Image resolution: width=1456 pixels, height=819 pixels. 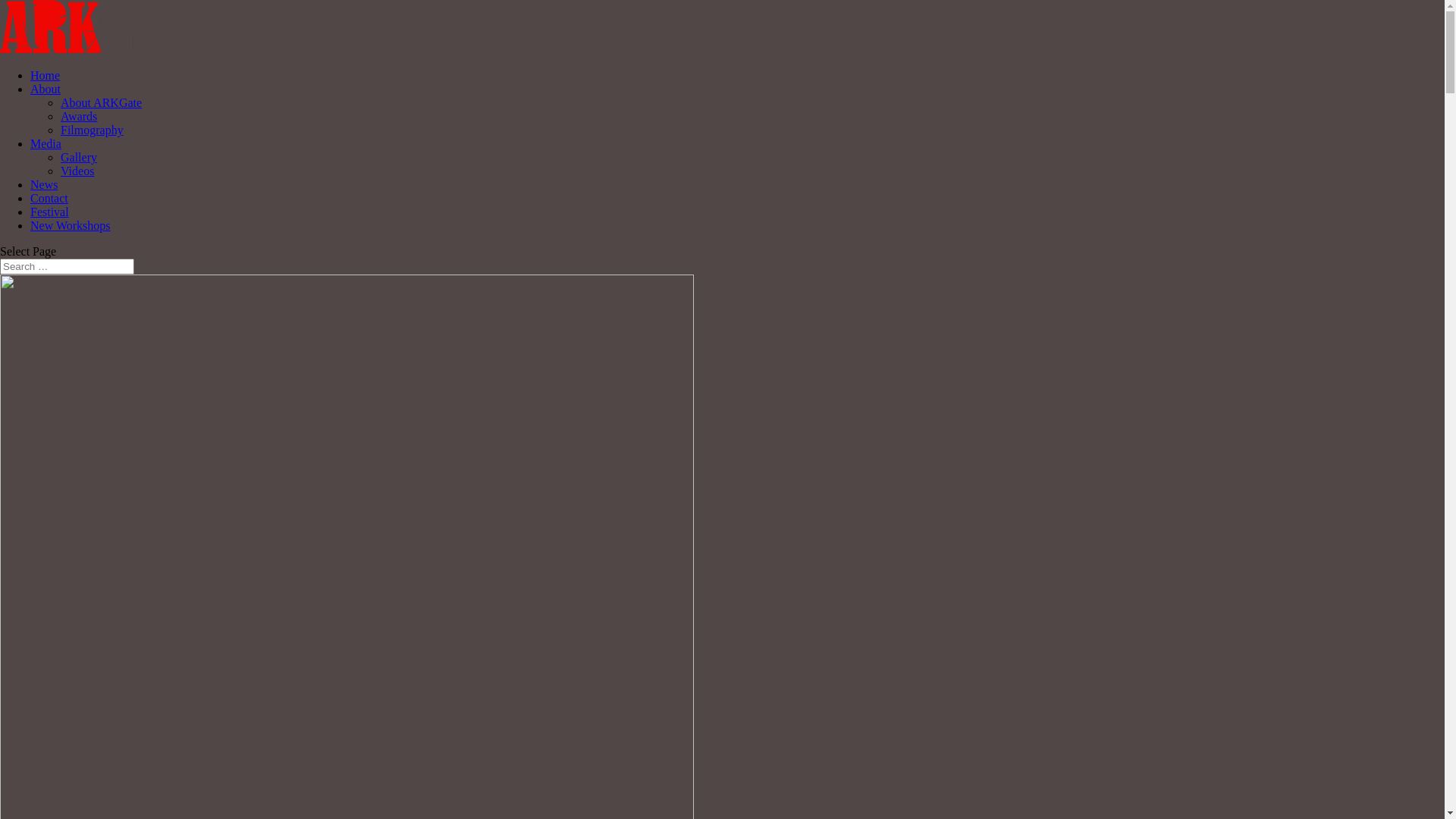 I want to click on 'Home', so click(x=45, y=75).